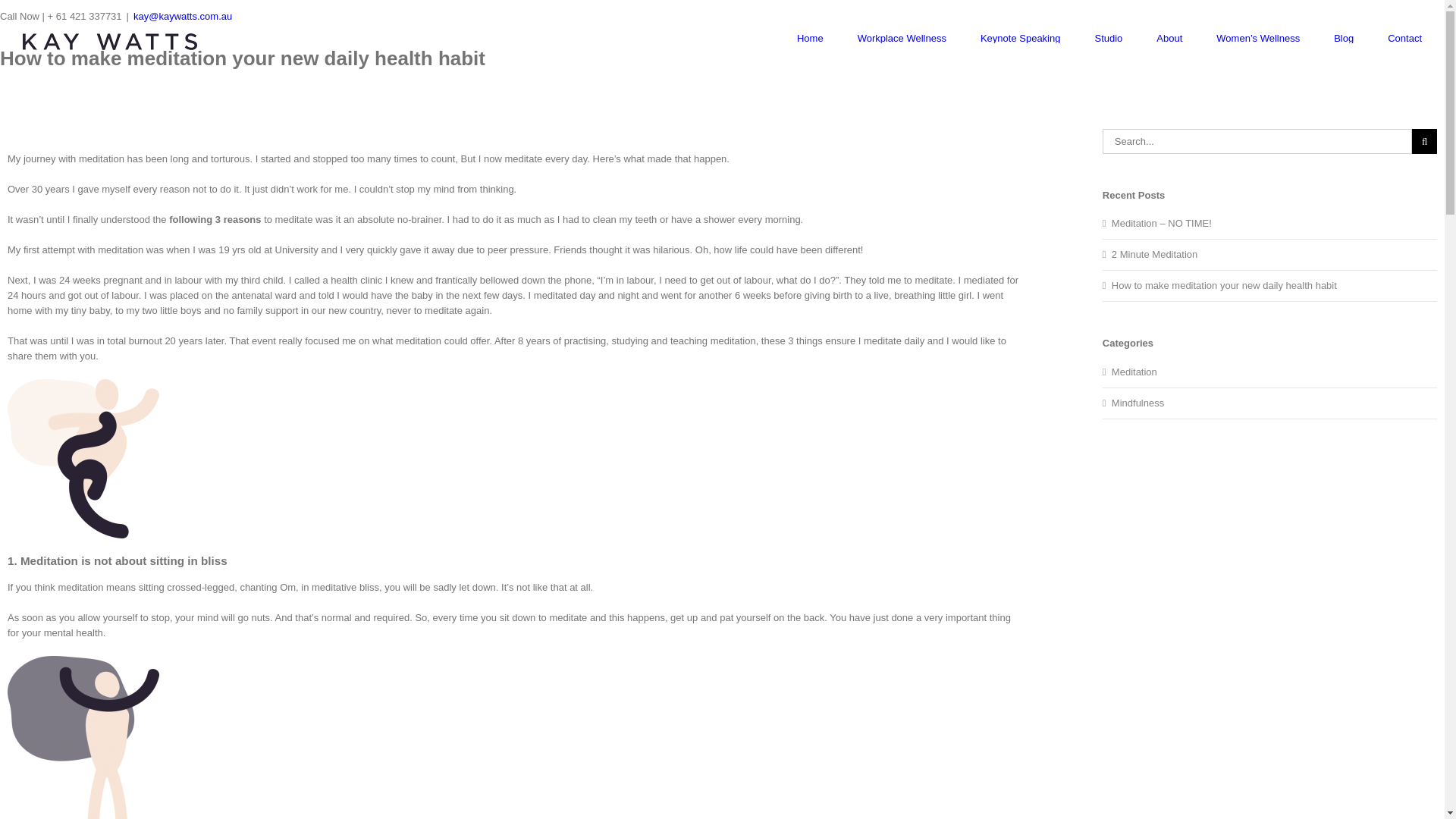 The image size is (1456, 819). What do you see at coordinates (133, 16) in the screenshot?
I see `'kay@kaywatts.com.au'` at bounding box center [133, 16].